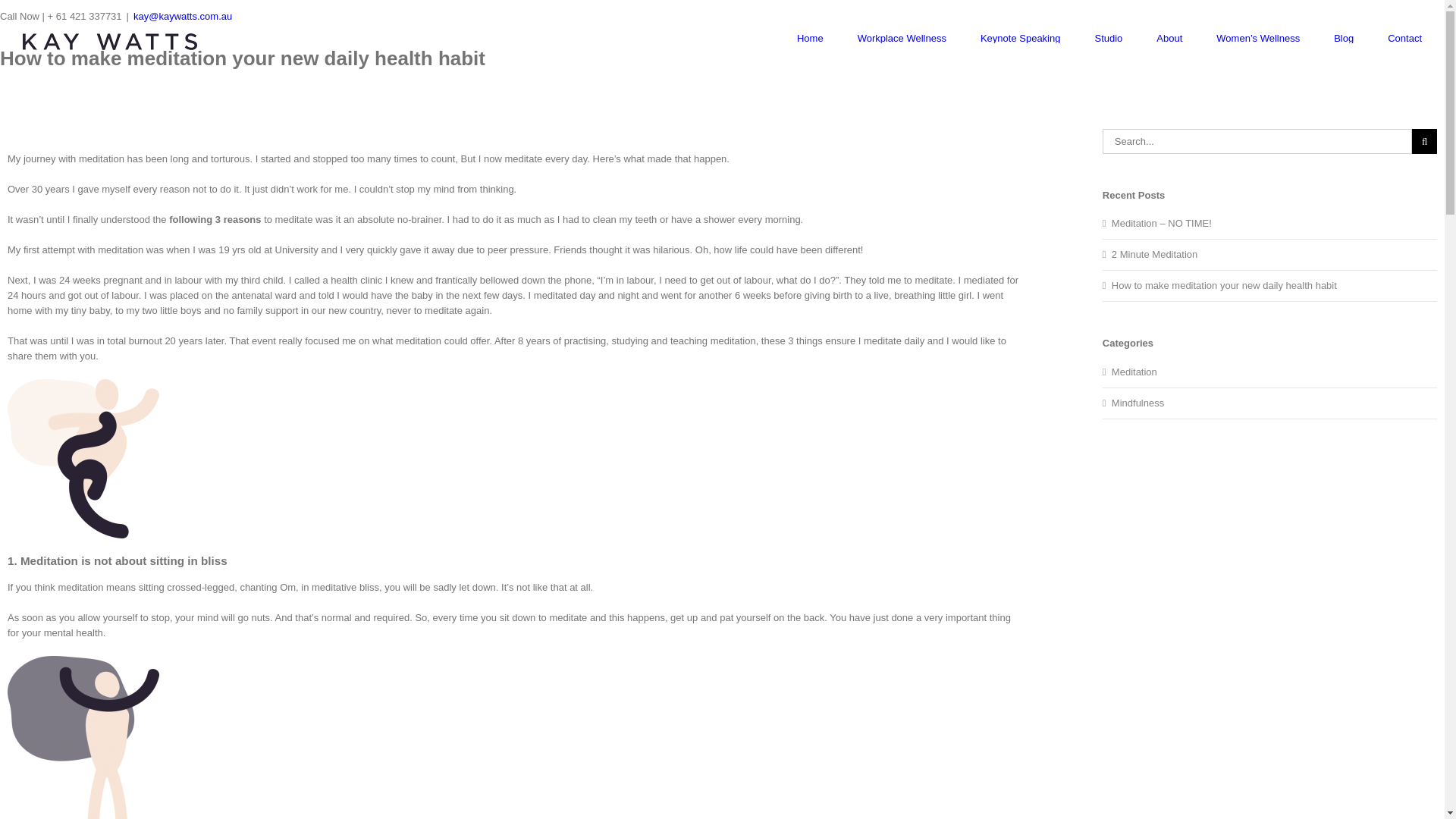 The image size is (1456, 819). What do you see at coordinates (133, 16) in the screenshot?
I see `'kay@kaywatts.com.au'` at bounding box center [133, 16].